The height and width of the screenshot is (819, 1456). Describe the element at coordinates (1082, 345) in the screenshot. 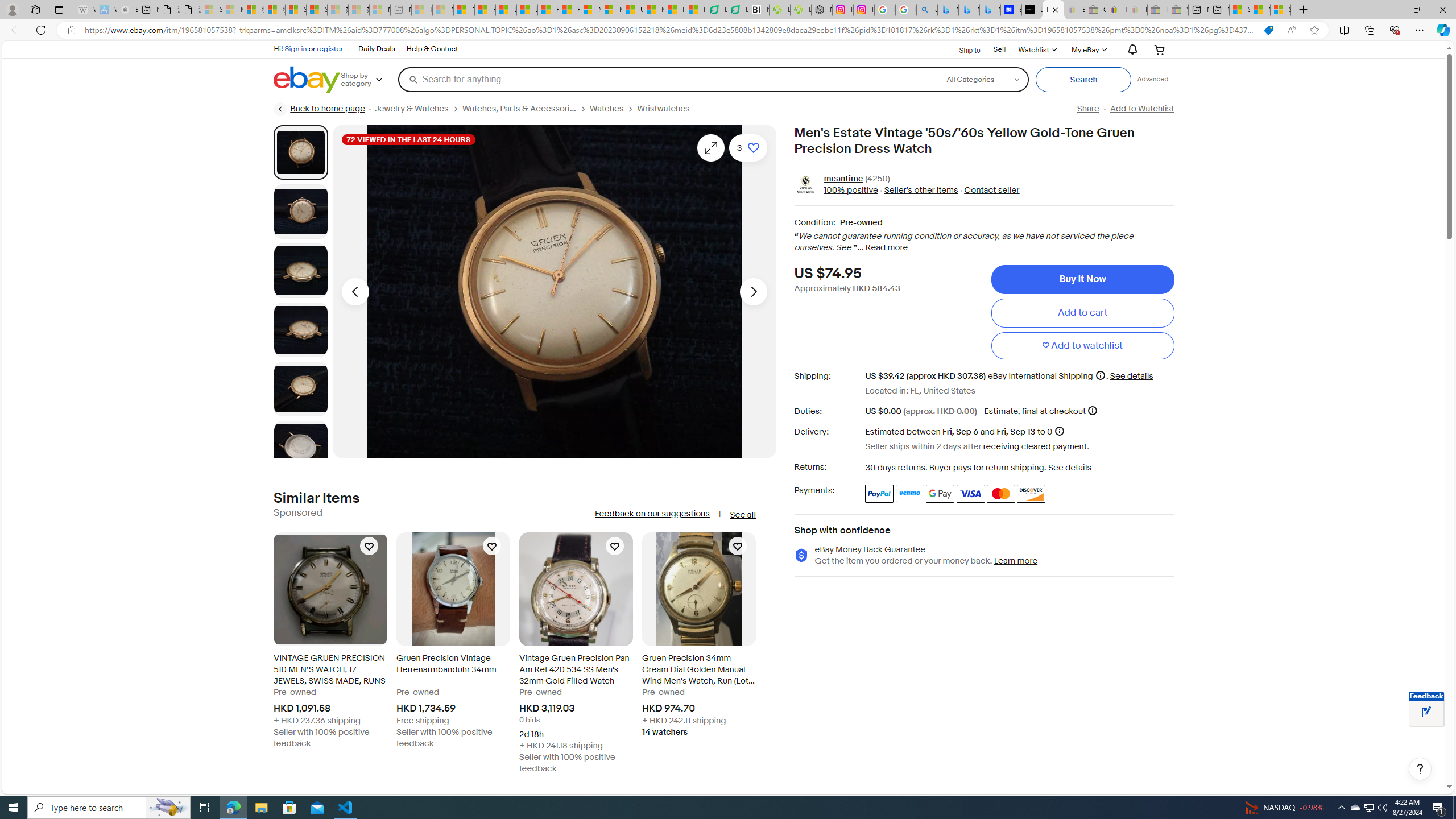

I see `'Add to watchlist'` at that location.